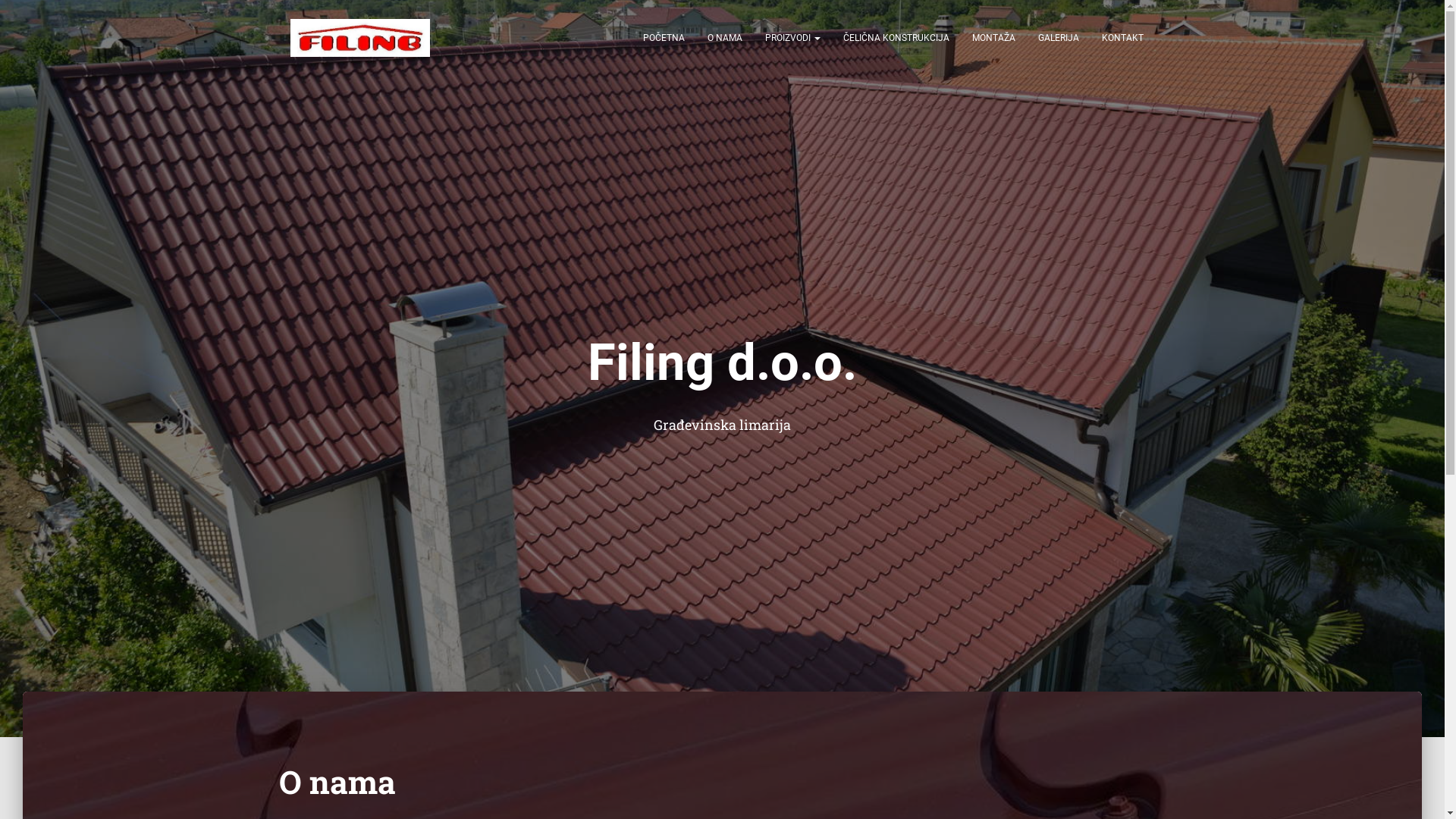 Image resolution: width=1456 pixels, height=819 pixels. What do you see at coordinates (1026, 37) in the screenshot?
I see `'GALERIJA'` at bounding box center [1026, 37].